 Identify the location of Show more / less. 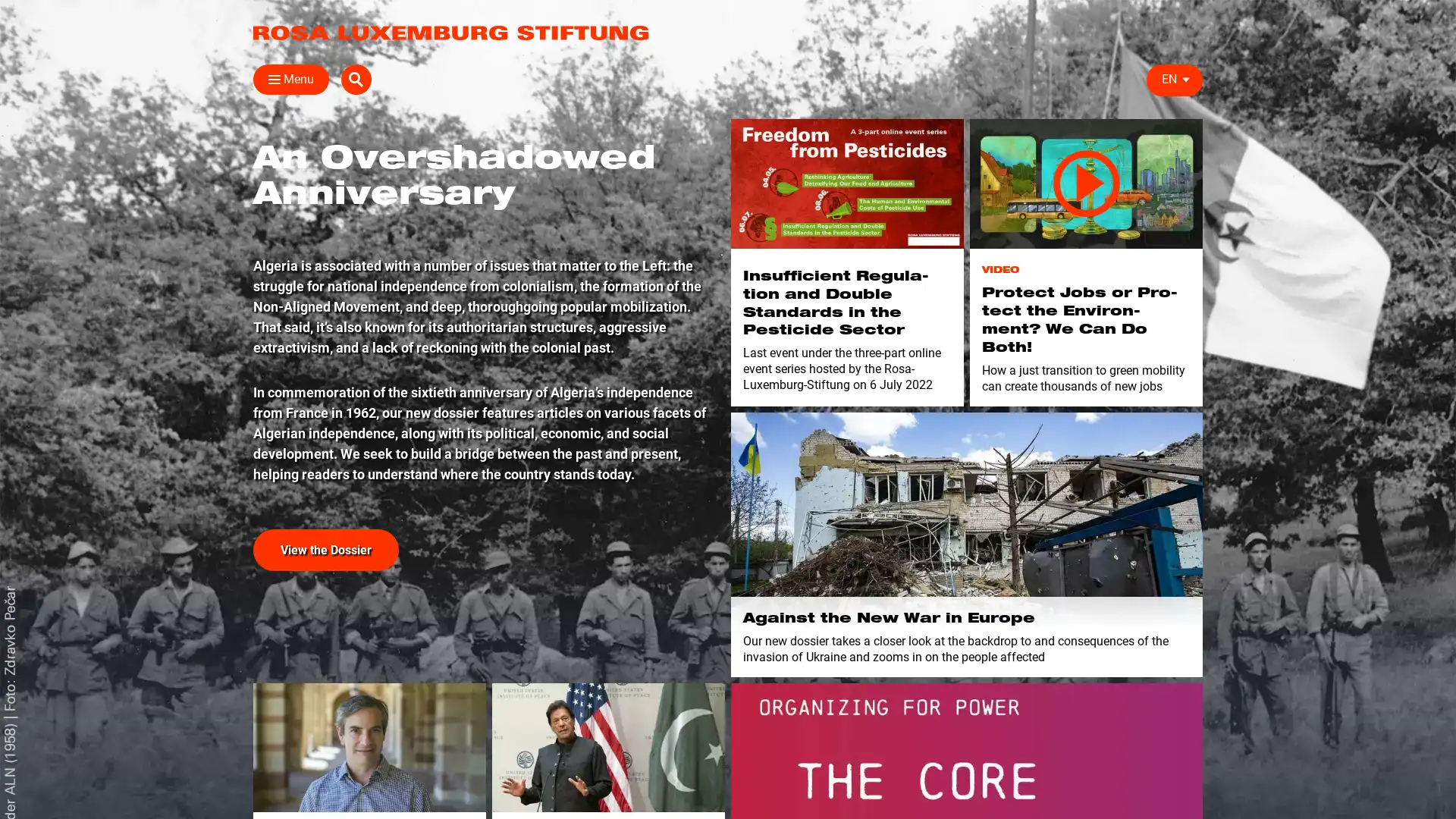
(483, 250).